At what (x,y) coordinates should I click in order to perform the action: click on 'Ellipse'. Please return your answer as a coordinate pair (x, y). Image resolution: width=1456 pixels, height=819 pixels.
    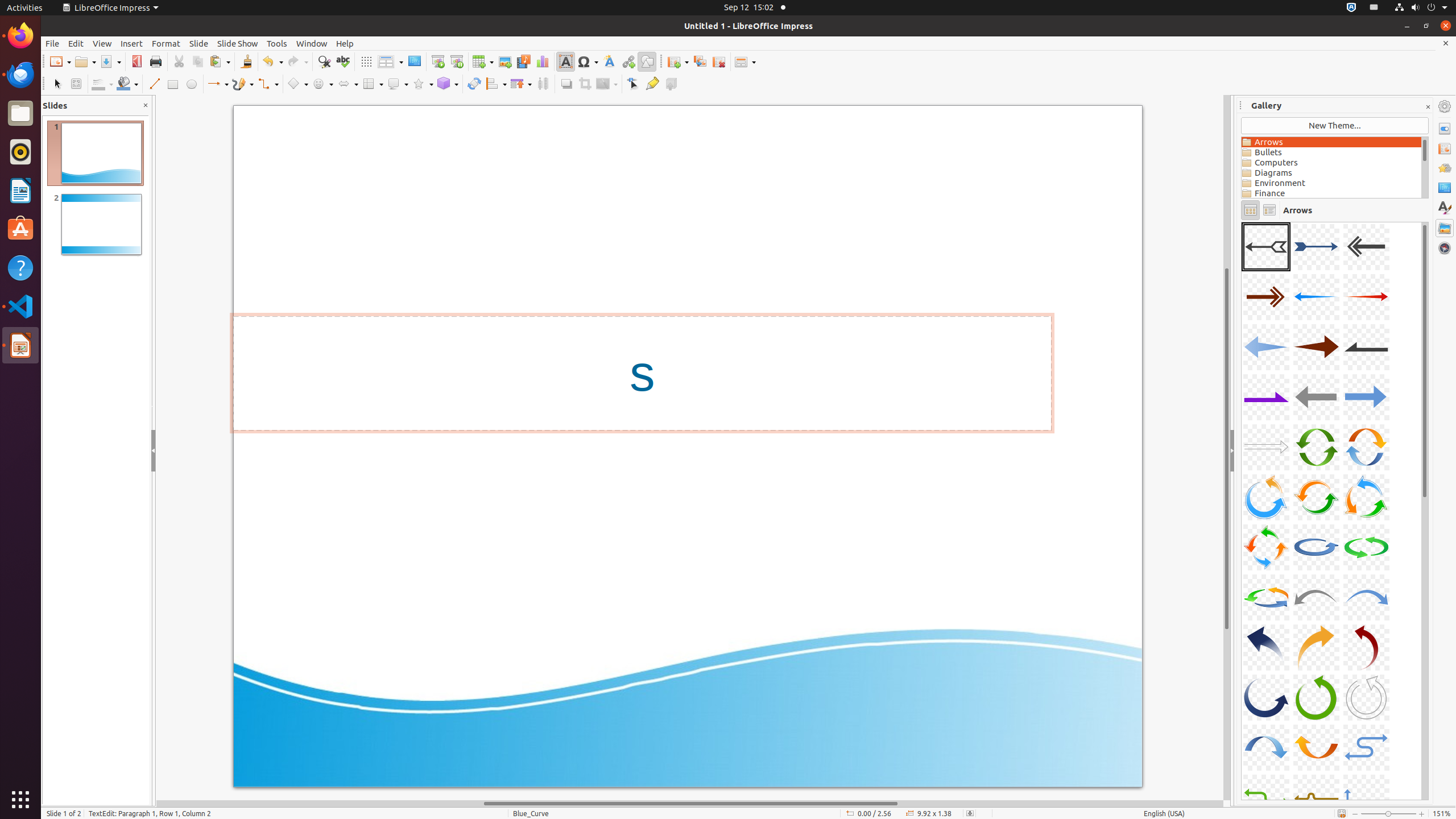
    Looking at the image, I should click on (191, 83).